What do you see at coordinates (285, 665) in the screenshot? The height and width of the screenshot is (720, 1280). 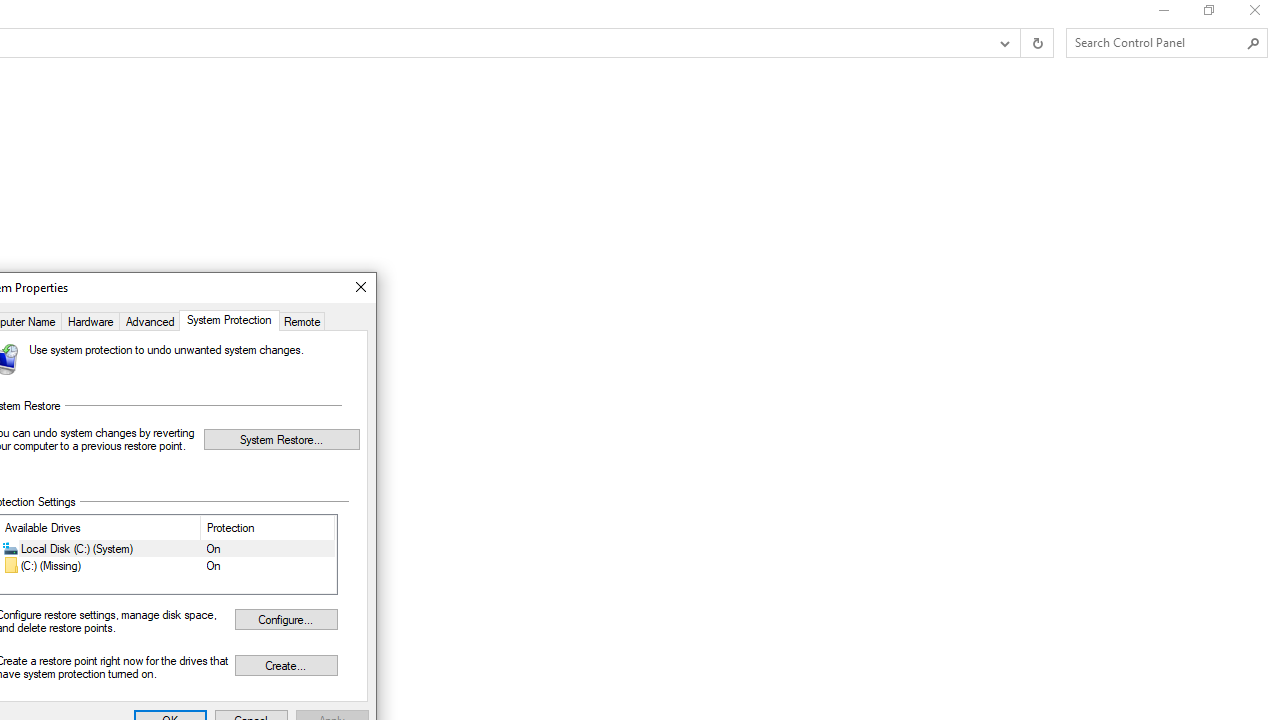 I see `'Create...'` at bounding box center [285, 665].